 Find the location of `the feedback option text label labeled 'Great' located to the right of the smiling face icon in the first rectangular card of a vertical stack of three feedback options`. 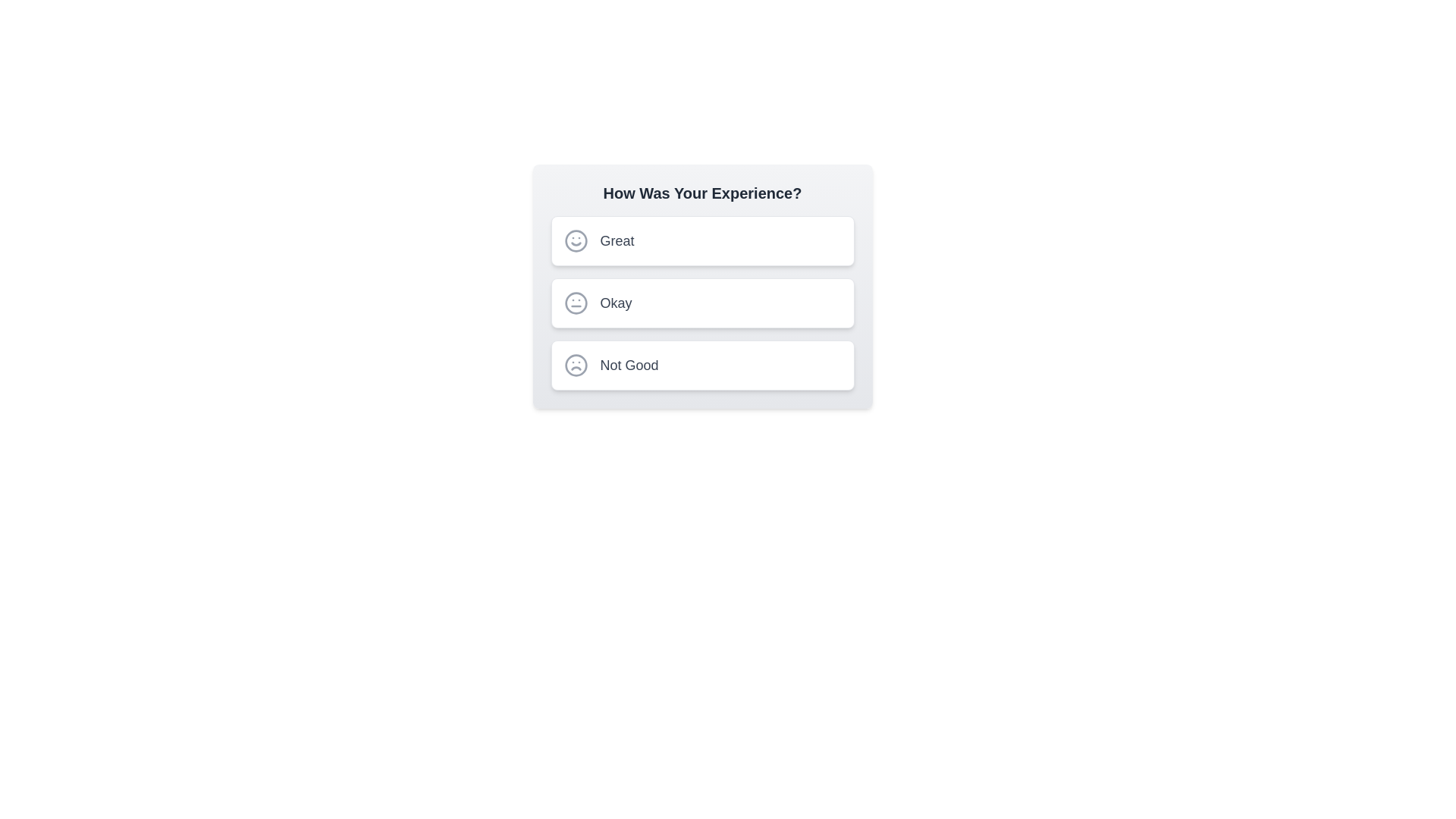

the feedback option text label labeled 'Great' located to the right of the smiling face icon in the first rectangular card of a vertical stack of three feedback options is located at coordinates (617, 240).